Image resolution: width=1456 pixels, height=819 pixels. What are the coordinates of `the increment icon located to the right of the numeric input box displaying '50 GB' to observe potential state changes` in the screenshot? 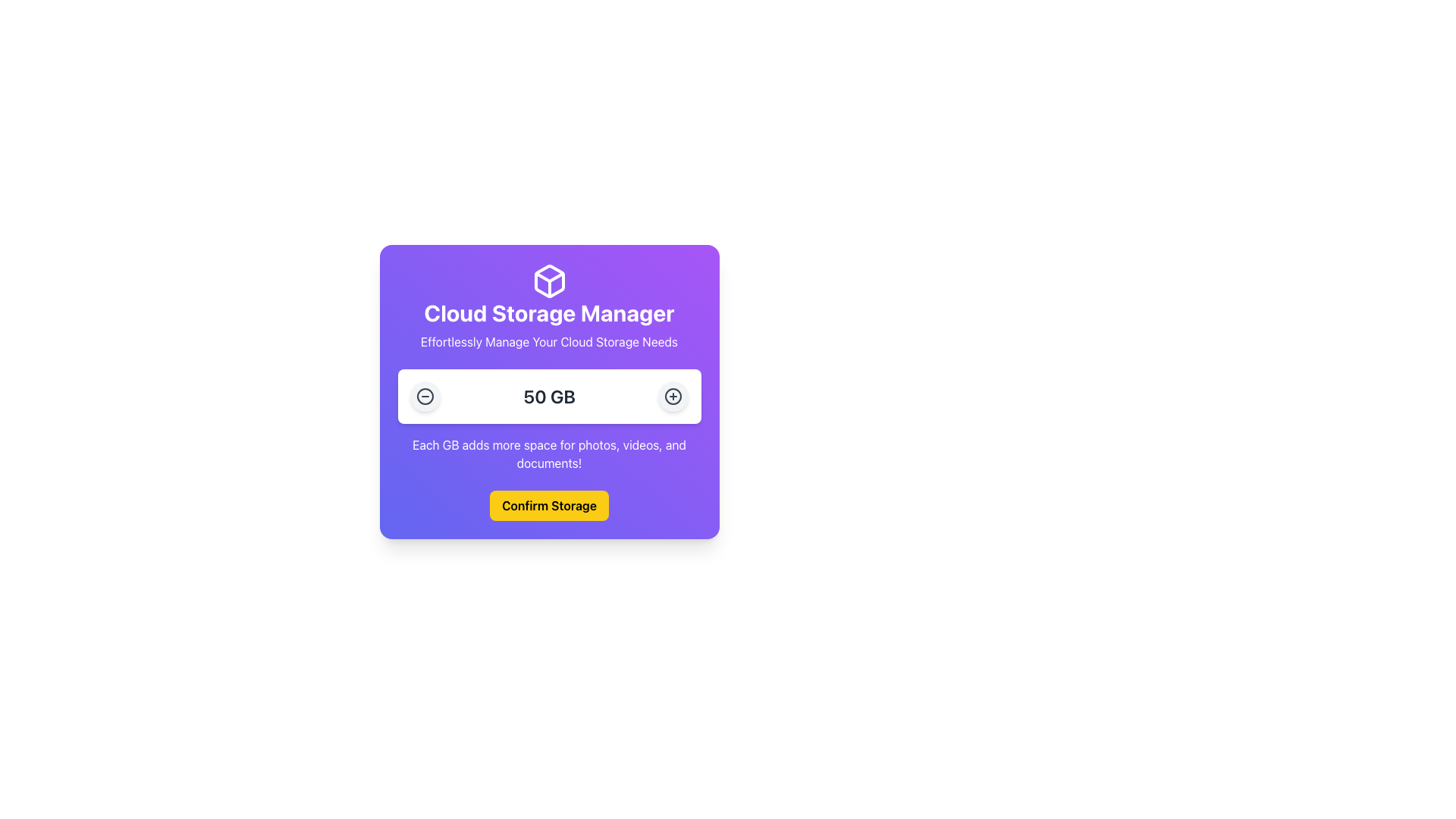 It's located at (673, 396).